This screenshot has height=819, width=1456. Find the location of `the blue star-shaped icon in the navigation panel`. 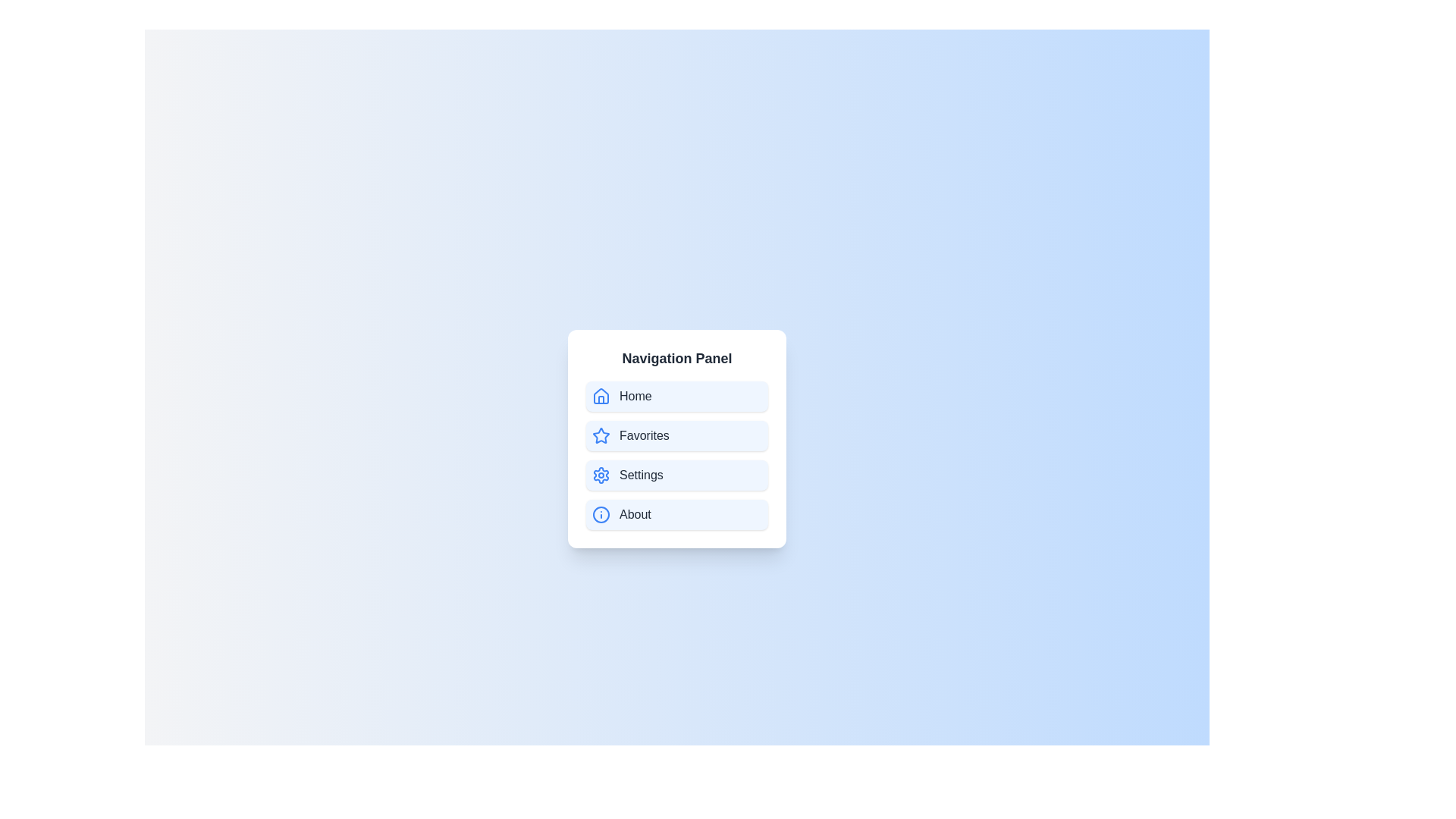

the blue star-shaped icon in the navigation panel is located at coordinates (600, 435).